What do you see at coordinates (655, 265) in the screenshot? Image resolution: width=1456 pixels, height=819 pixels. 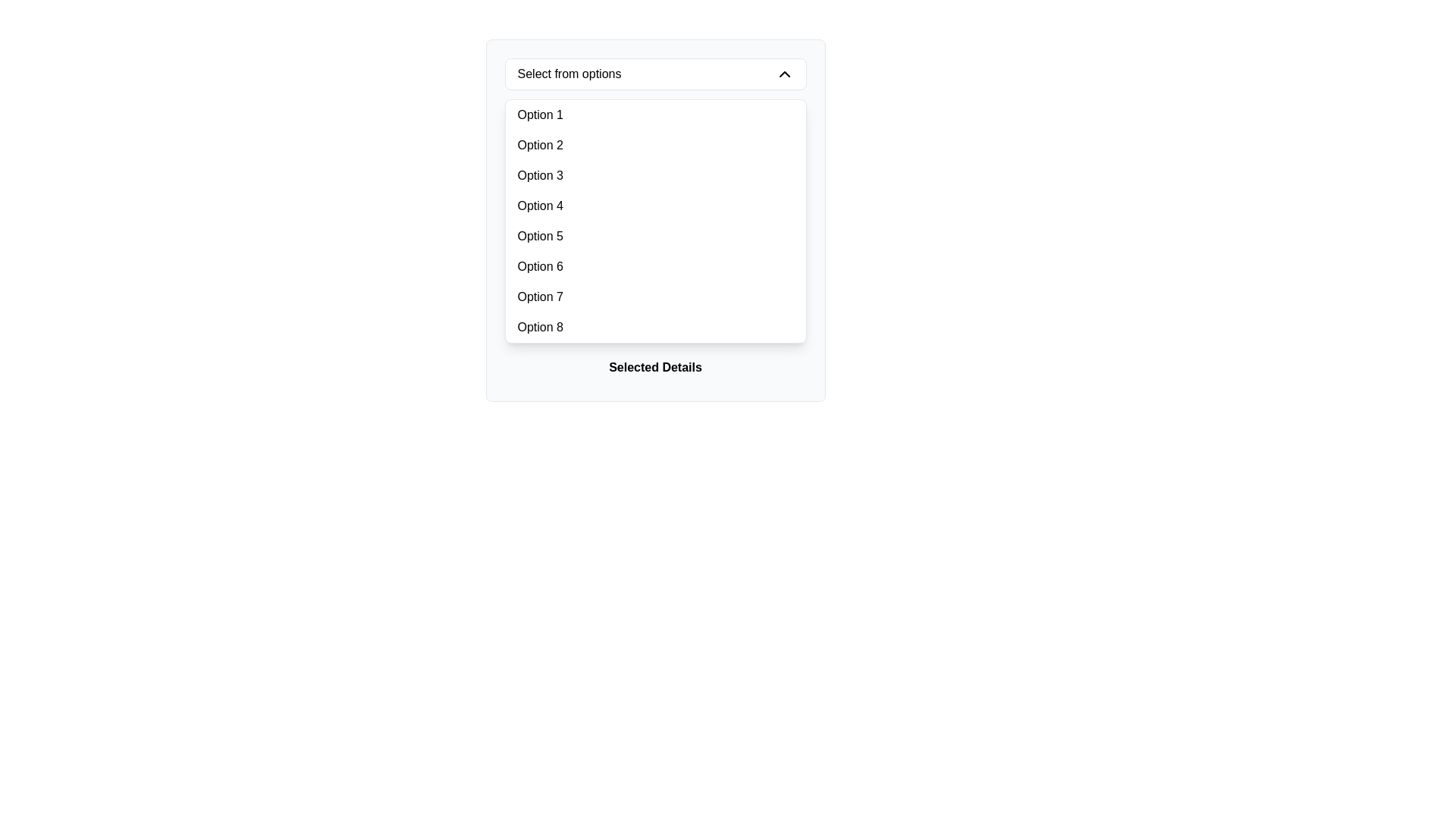 I see `the 'Option 6' item in the dropdown menu` at bounding box center [655, 265].